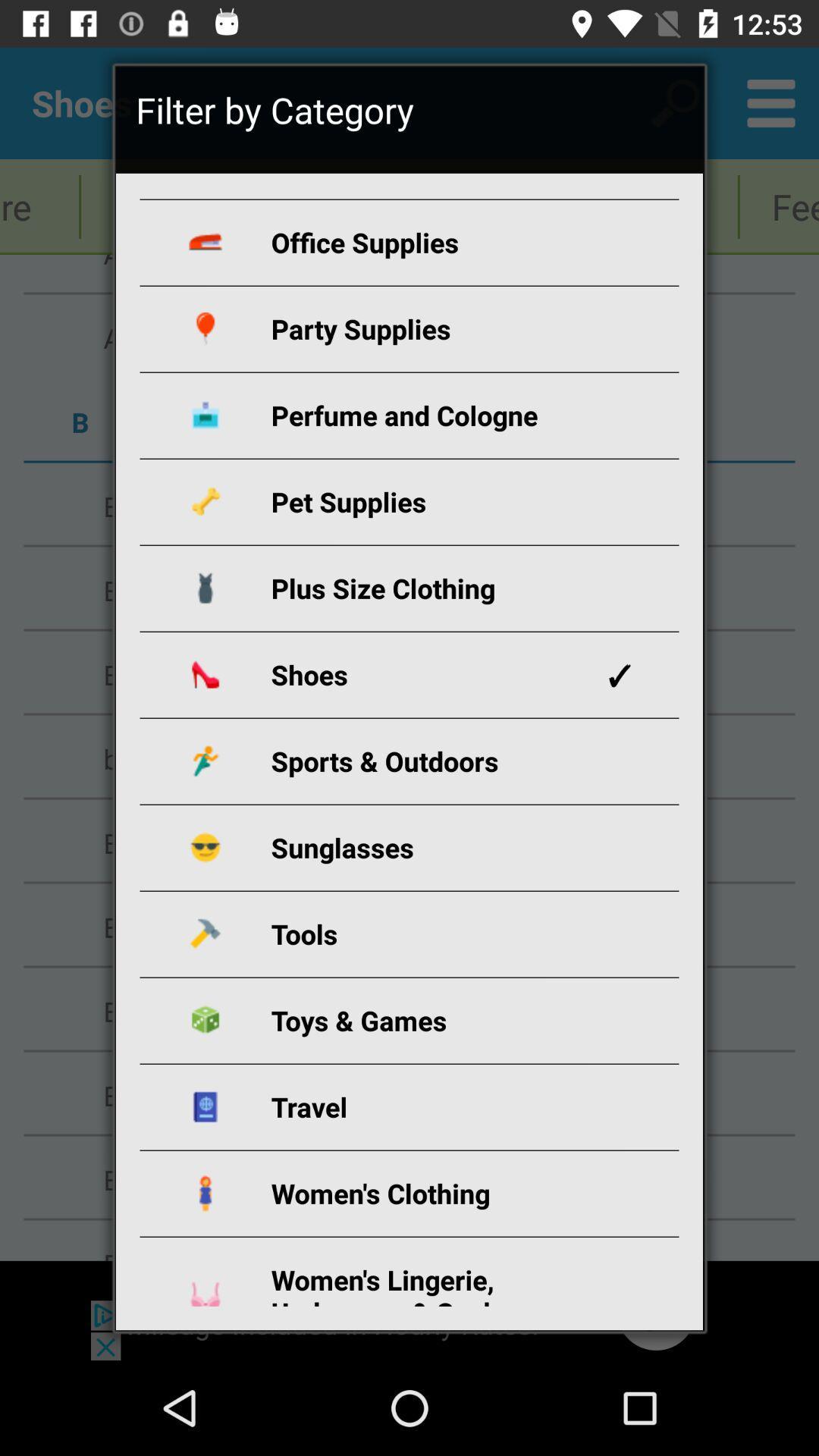 The height and width of the screenshot is (1456, 819). What do you see at coordinates (427, 241) in the screenshot?
I see `app below the filter by category app` at bounding box center [427, 241].